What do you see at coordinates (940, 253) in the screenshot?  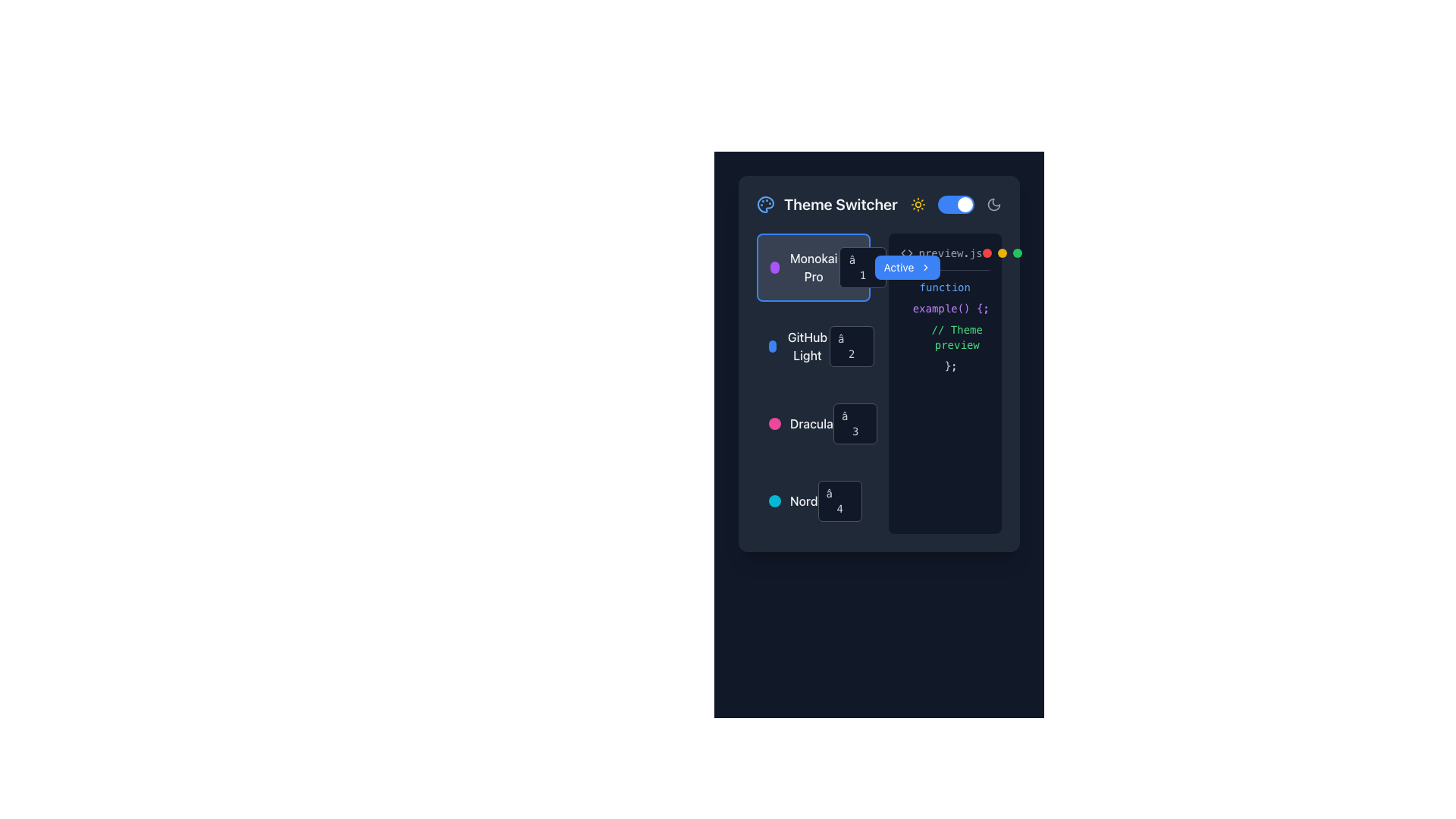 I see `the 'preview.js' text label with a code icon located in the top-right portion of the dark panel coding interface` at bounding box center [940, 253].